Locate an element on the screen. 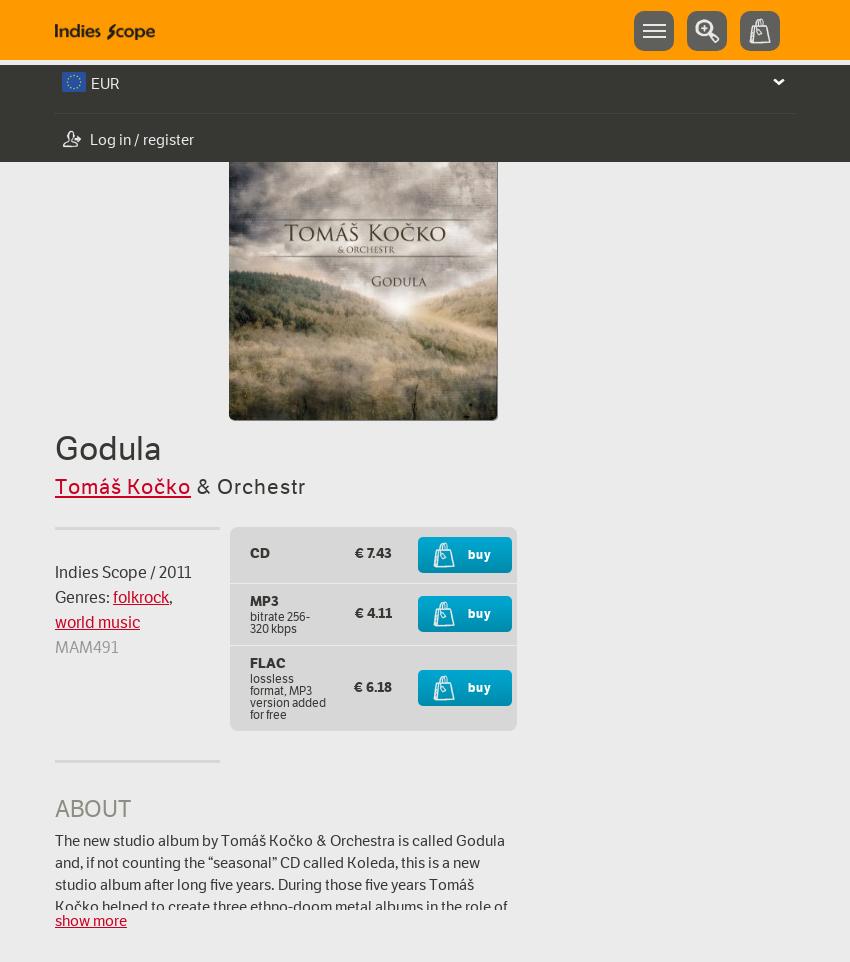  '& Orchestr' is located at coordinates (248, 484).